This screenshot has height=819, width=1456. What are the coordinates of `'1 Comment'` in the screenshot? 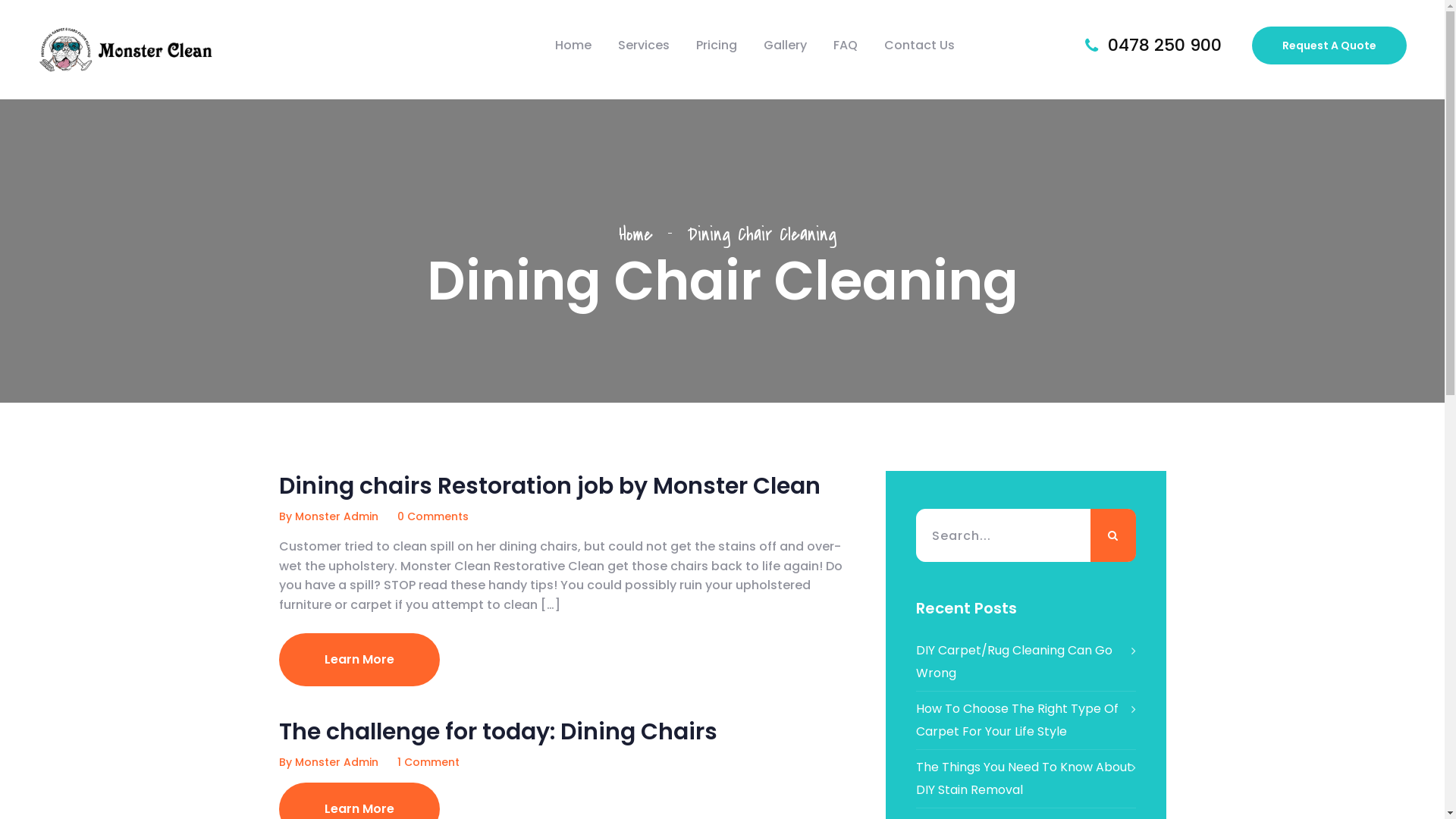 It's located at (428, 762).